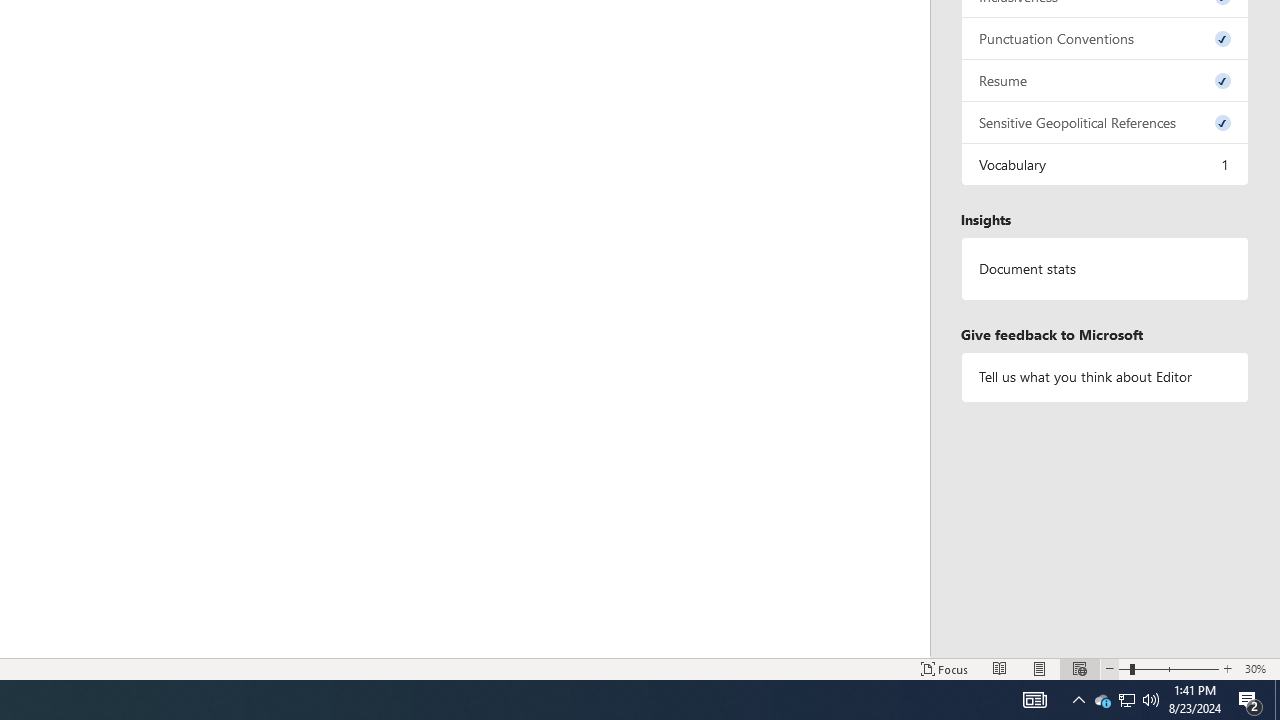  I want to click on 'Zoom 30%', so click(1257, 669).